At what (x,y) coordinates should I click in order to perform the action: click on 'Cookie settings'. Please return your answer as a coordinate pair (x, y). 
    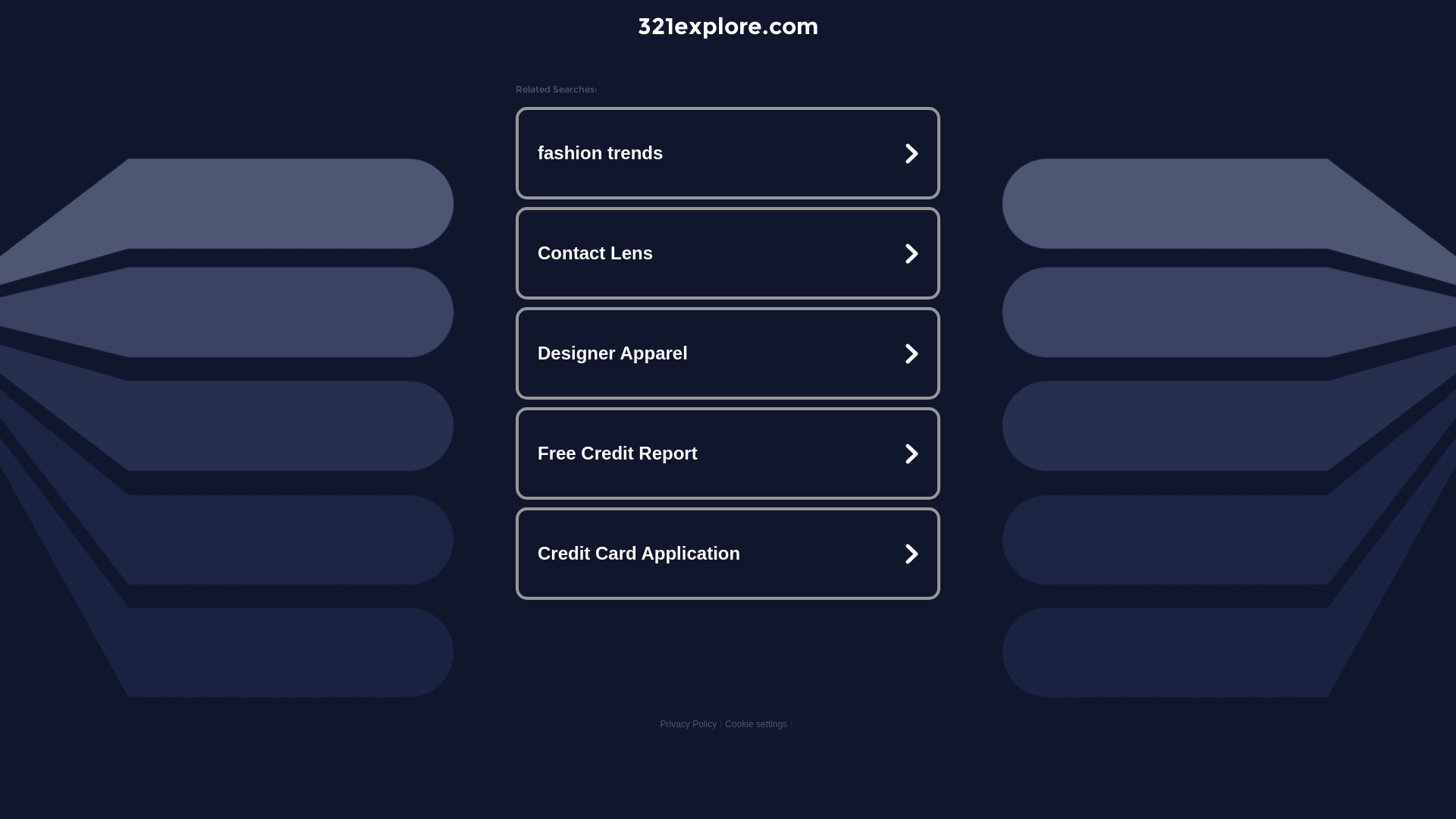
    Looking at the image, I should click on (756, 723).